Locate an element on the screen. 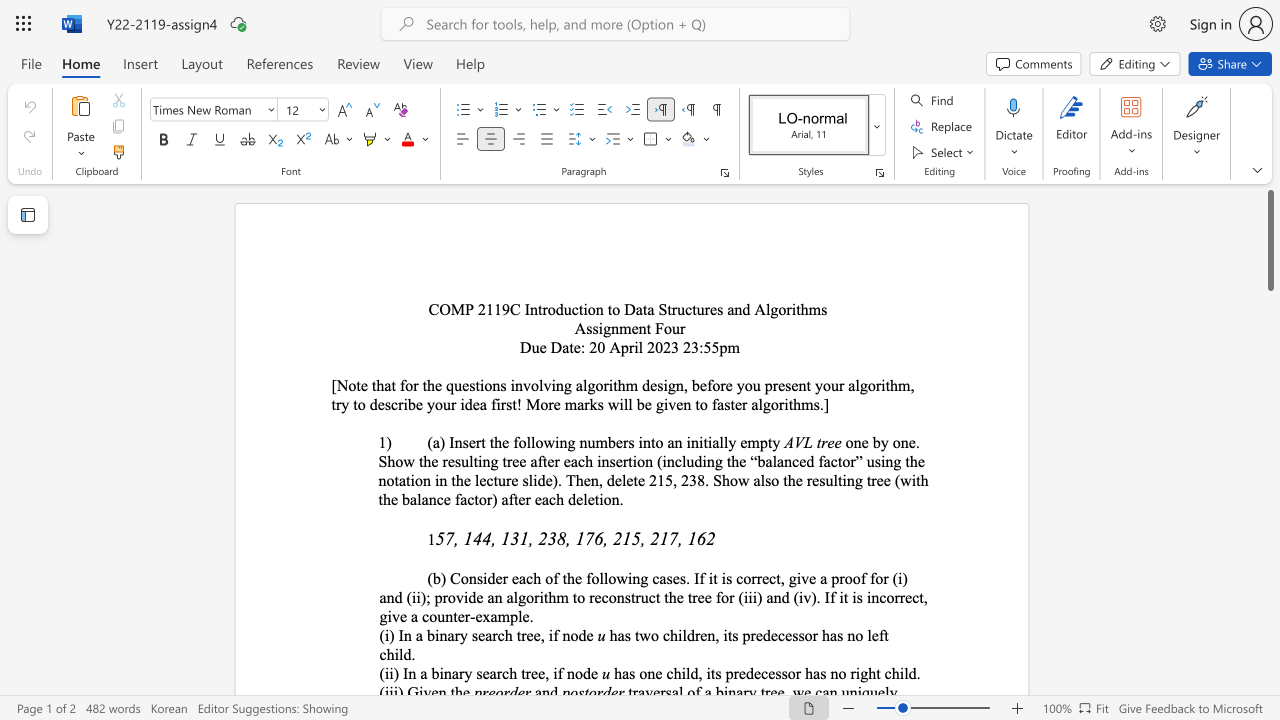  the scrollbar to adjust the page downward is located at coordinates (1269, 460).